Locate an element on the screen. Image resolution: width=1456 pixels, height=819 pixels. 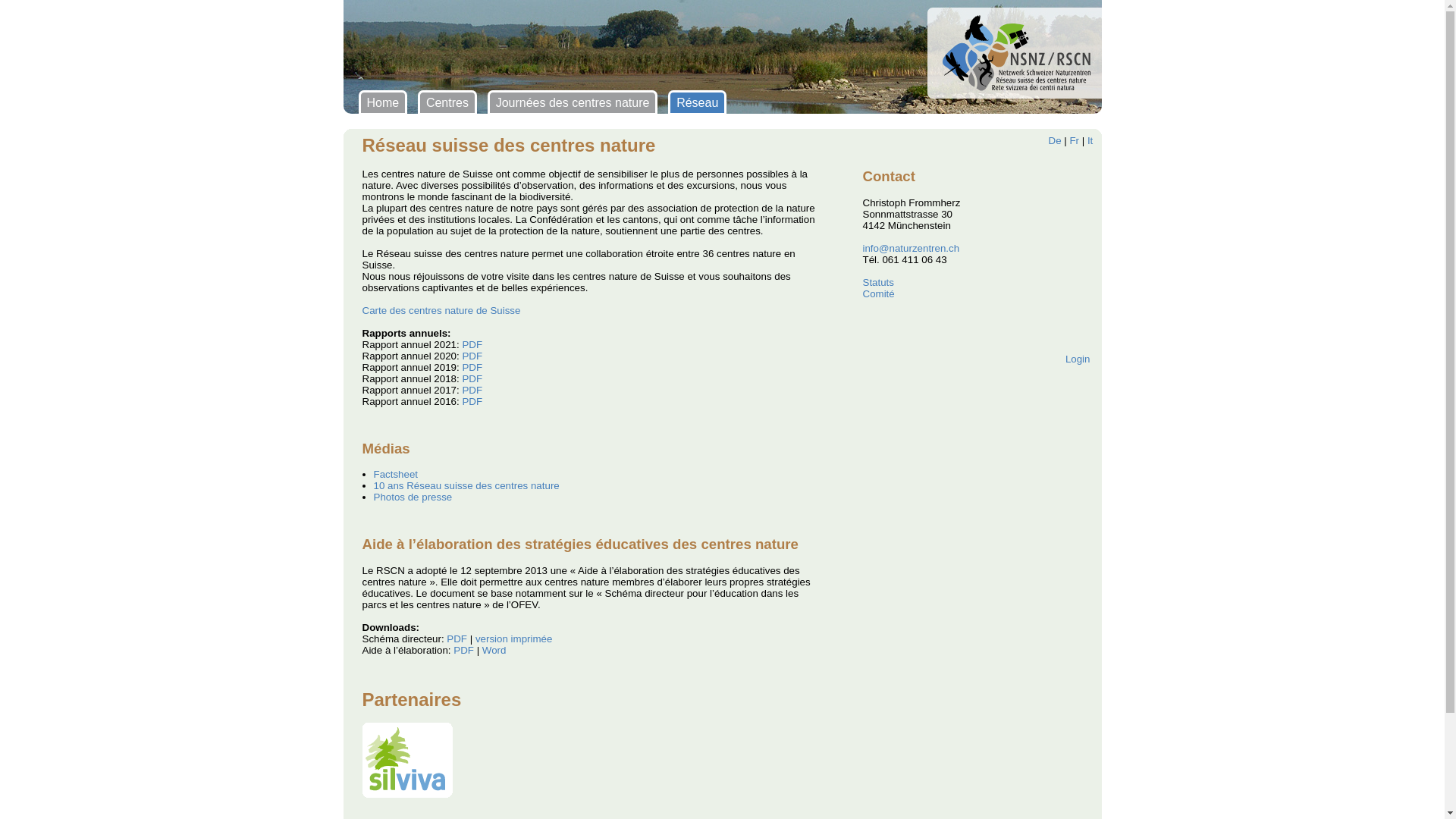
'PDF' is located at coordinates (471, 344).